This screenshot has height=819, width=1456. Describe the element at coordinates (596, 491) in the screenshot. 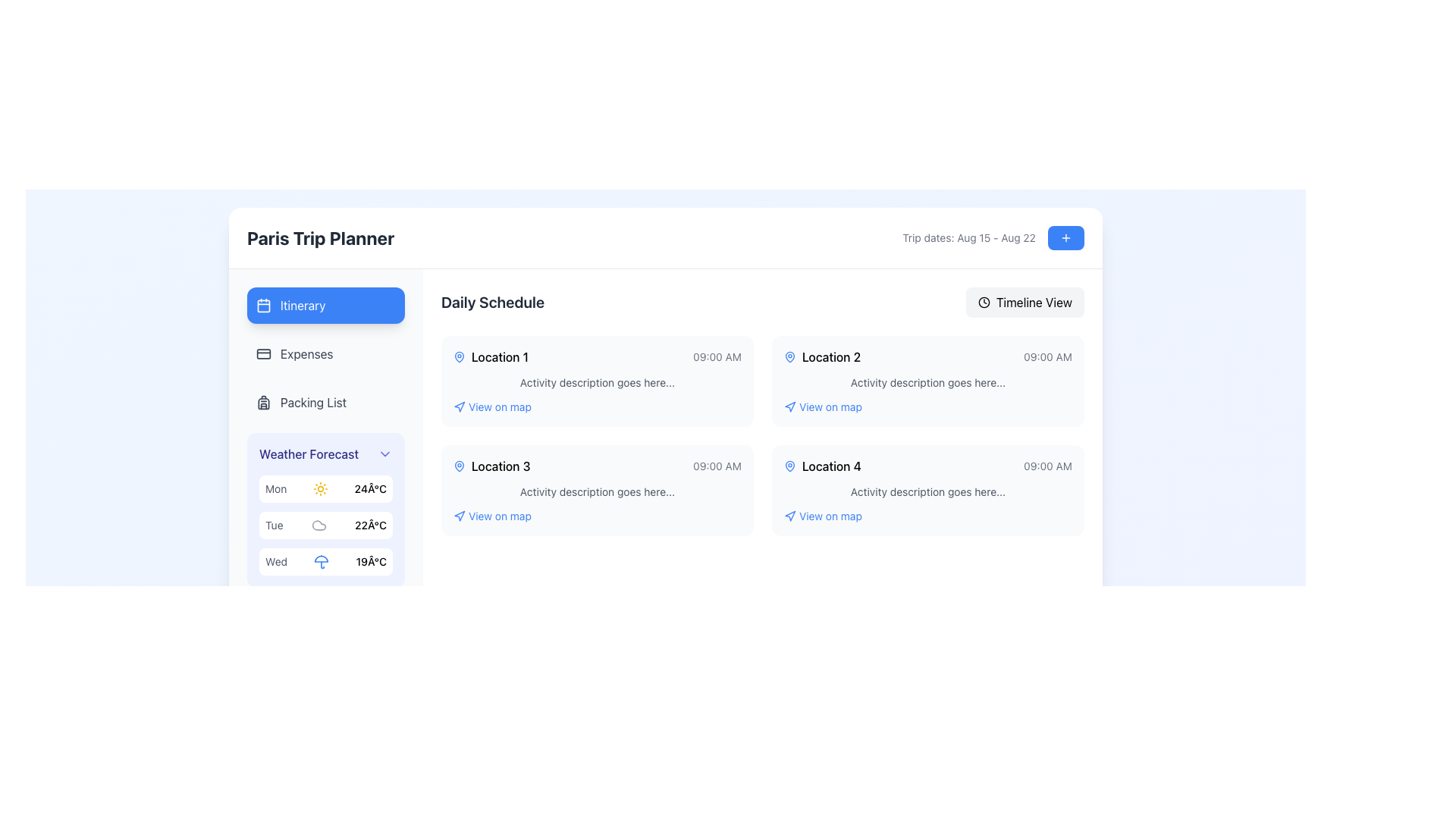

I see `the text element providing contextual information related to the scheduled activity, located below 'Location 3' and '09:00 AM' in the third schedule card of the Daily Schedule section` at that location.